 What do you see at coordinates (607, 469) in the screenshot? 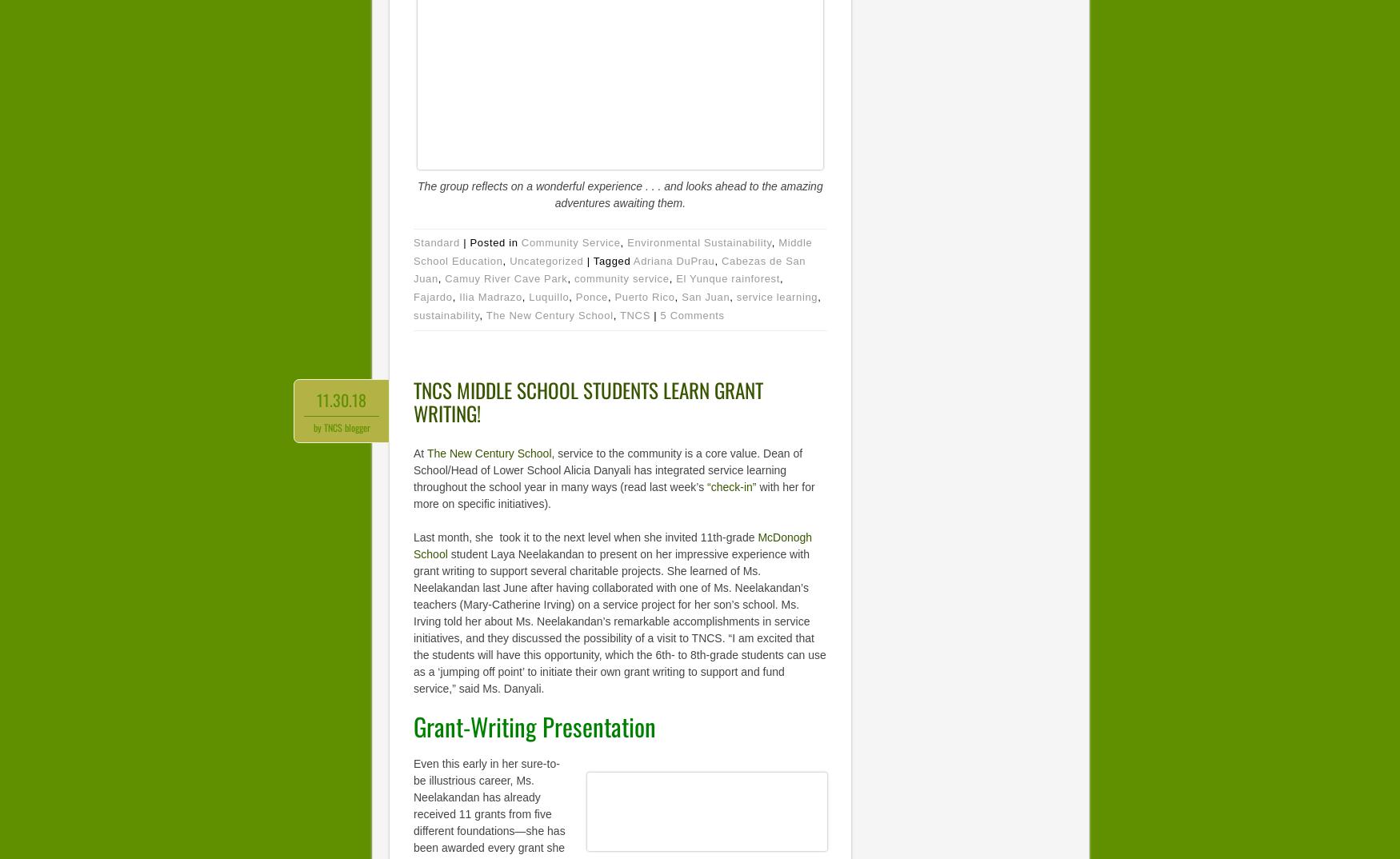
I see `', service to the community is a core value. Dean of School/Head of Lower School Alicia Danyali has integrated service learning throughout the school year in many ways (read last week’s'` at bounding box center [607, 469].